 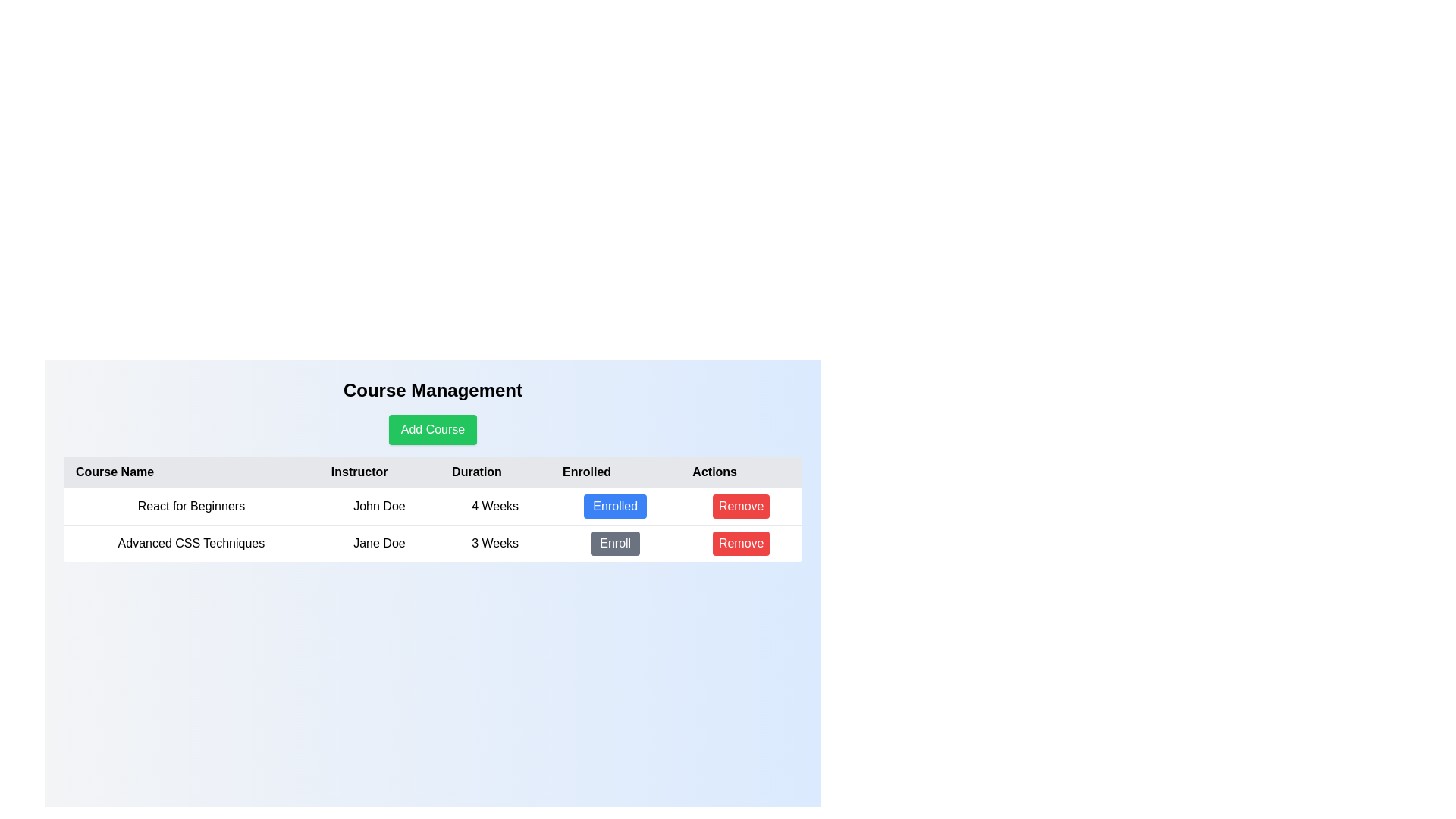 What do you see at coordinates (495, 472) in the screenshot?
I see `the 'Duration' column header in the table, which is the third column header following 'Course Name' and 'Instructor'` at bounding box center [495, 472].